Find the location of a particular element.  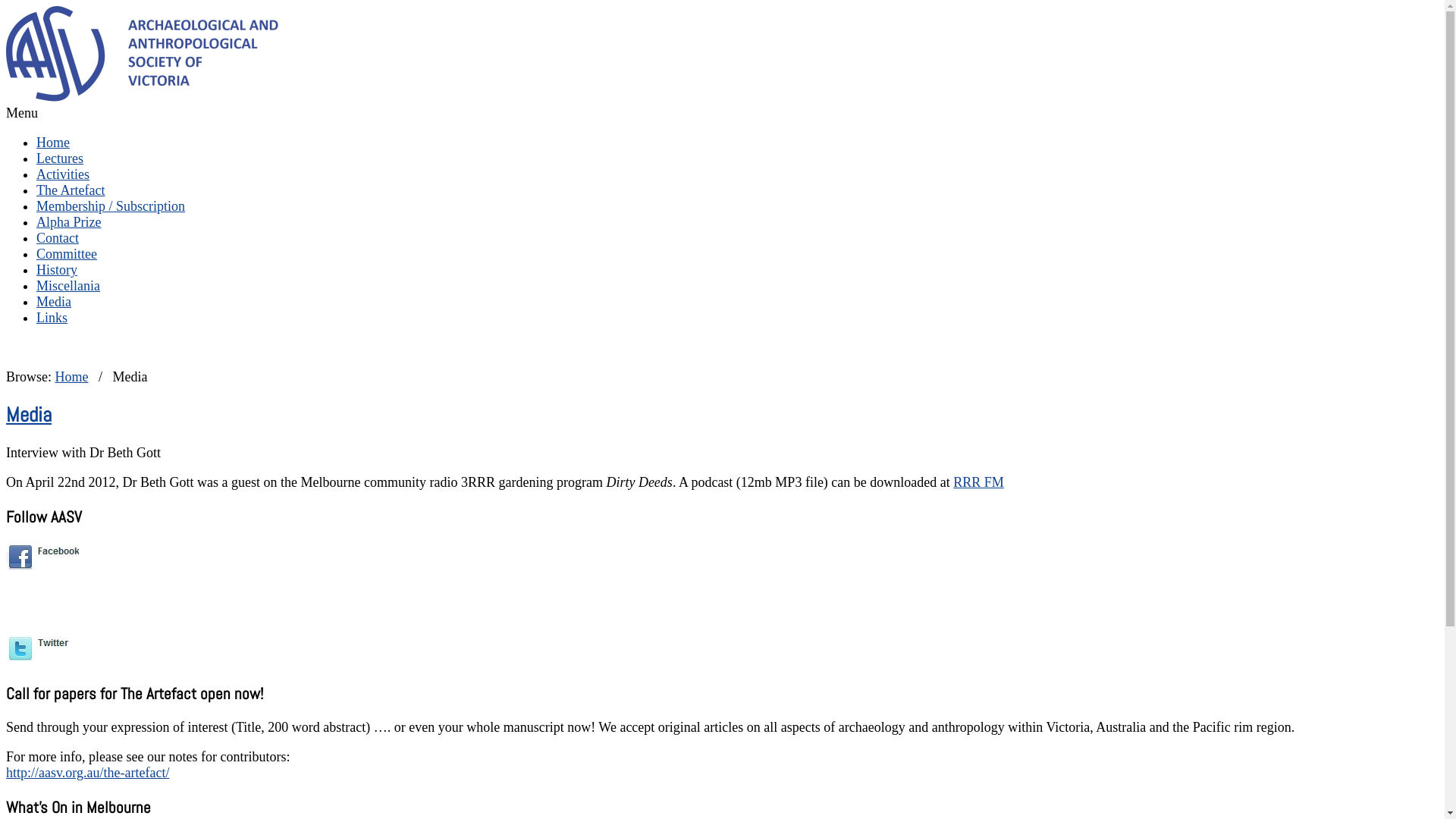

'Alpha Prize' is located at coordinates (67, 222).